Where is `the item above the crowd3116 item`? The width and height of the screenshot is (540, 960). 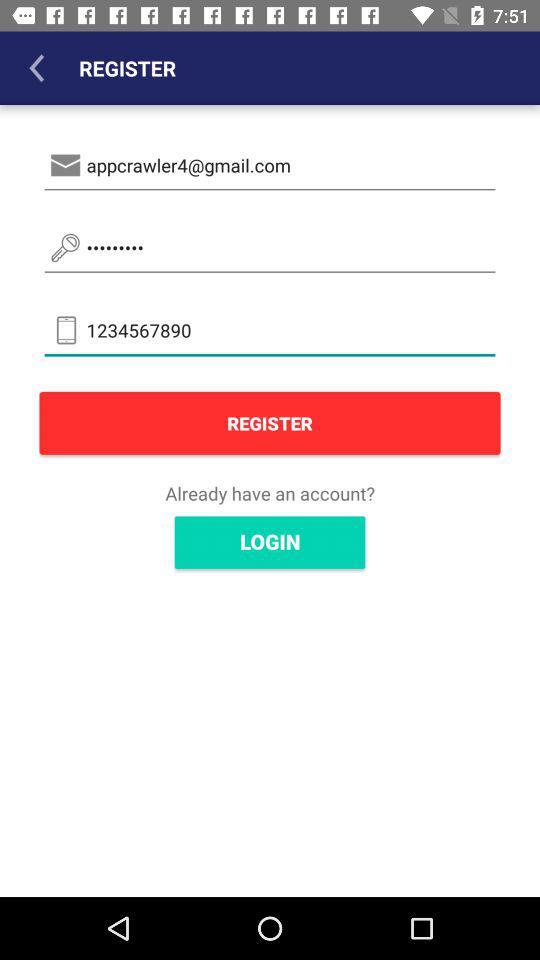
the item above the crowd3116 item is located at coordinates (270, 164).